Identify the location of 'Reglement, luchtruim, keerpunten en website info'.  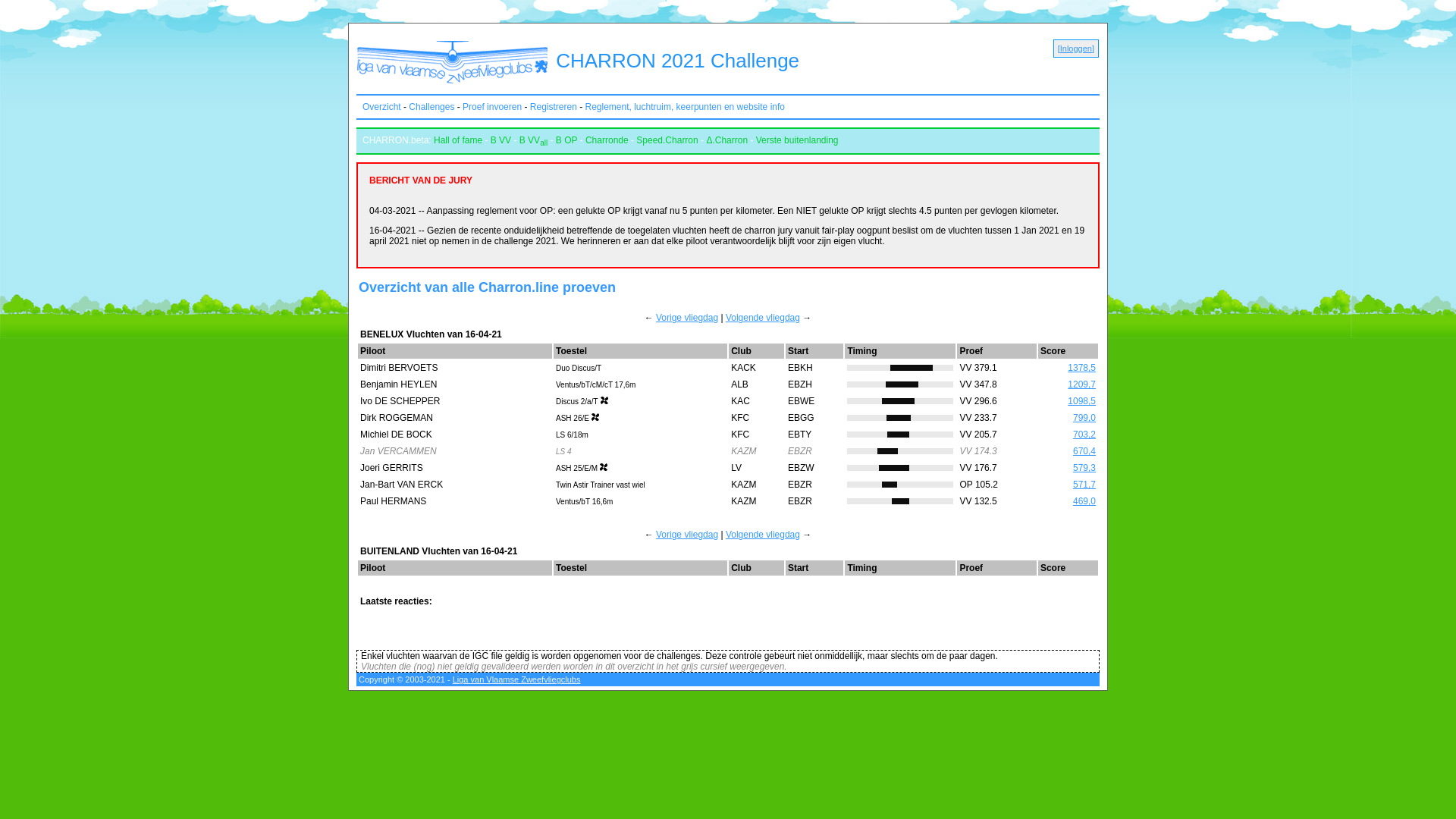
(684, 106).